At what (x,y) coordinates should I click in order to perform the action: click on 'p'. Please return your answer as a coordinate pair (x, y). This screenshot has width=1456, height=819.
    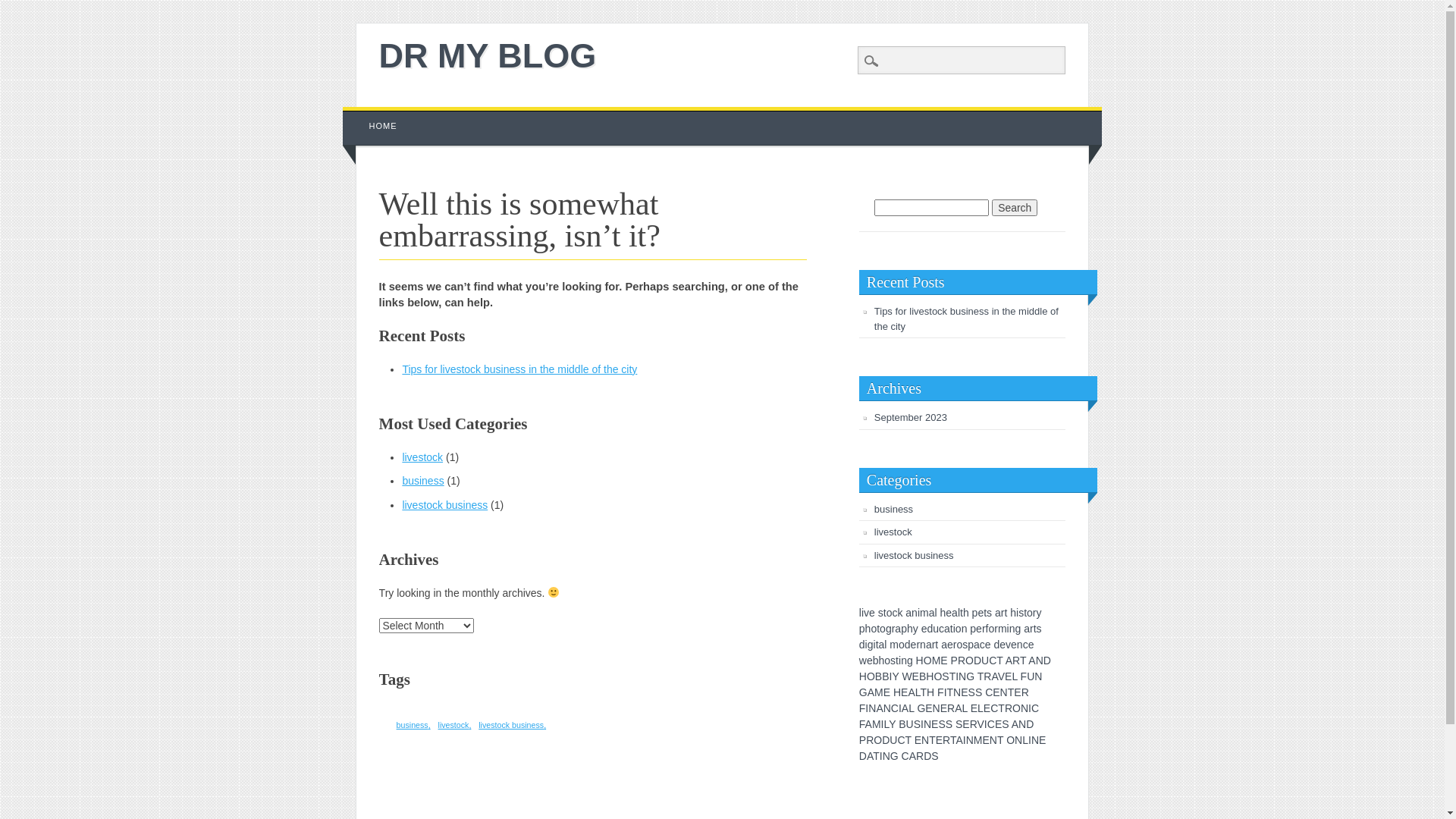
    Looking at the image, I should click on (903, 629).